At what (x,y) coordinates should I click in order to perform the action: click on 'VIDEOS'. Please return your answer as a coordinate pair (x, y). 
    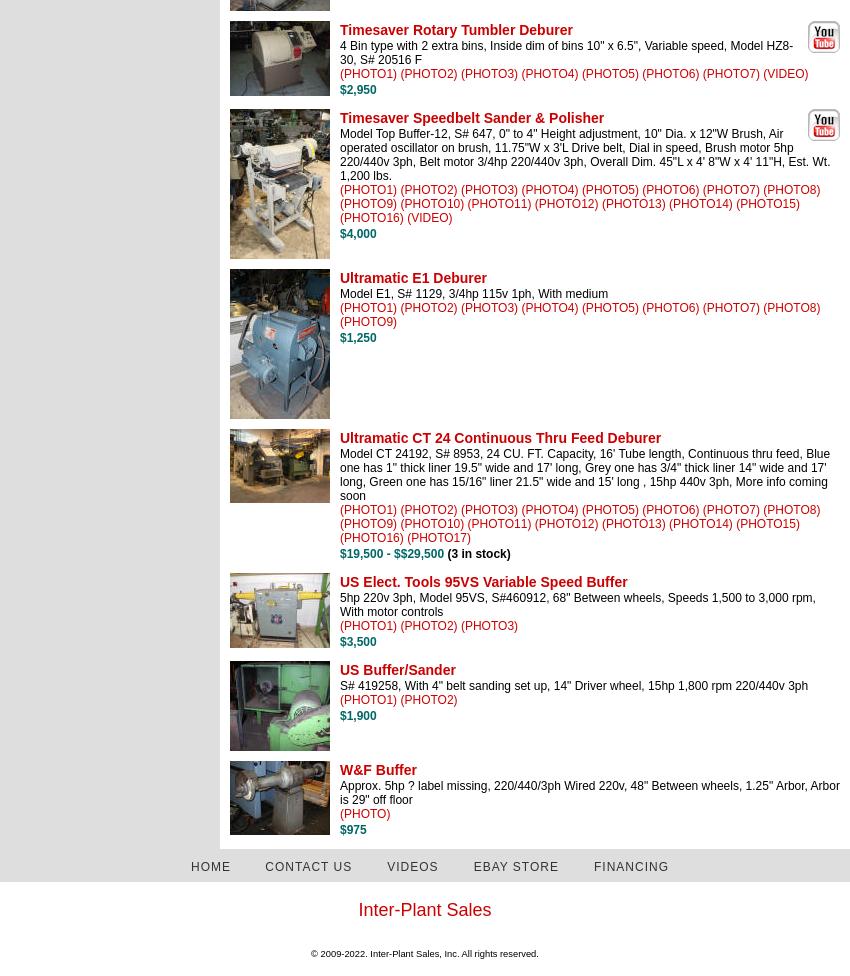
    Looking at the image, I should click on (412, 865).